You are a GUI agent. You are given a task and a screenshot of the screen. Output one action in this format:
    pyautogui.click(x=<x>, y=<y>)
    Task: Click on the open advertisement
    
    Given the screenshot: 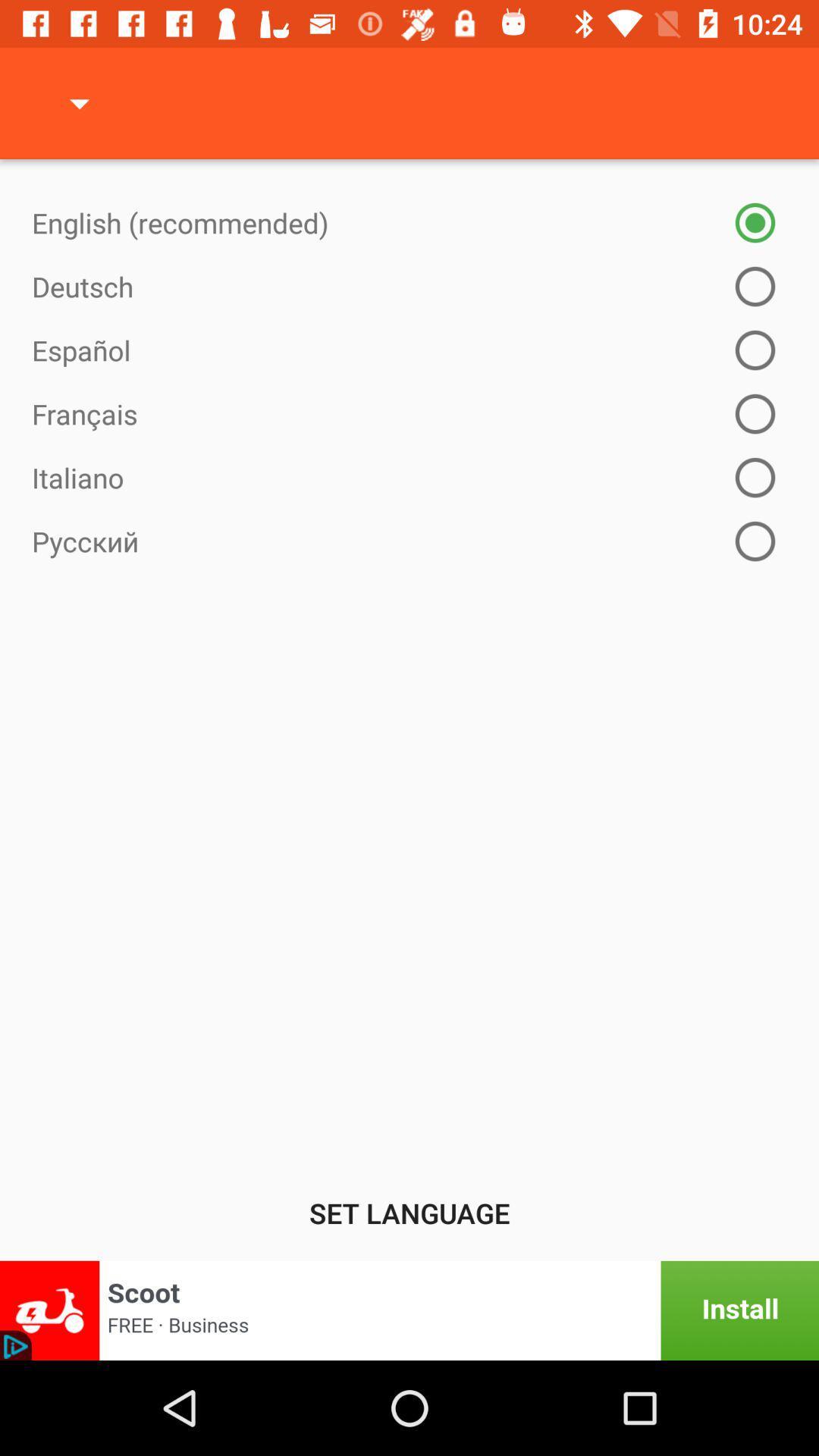 What is the action you would take?
    pyautogui.click(x=409, y=1310)
    